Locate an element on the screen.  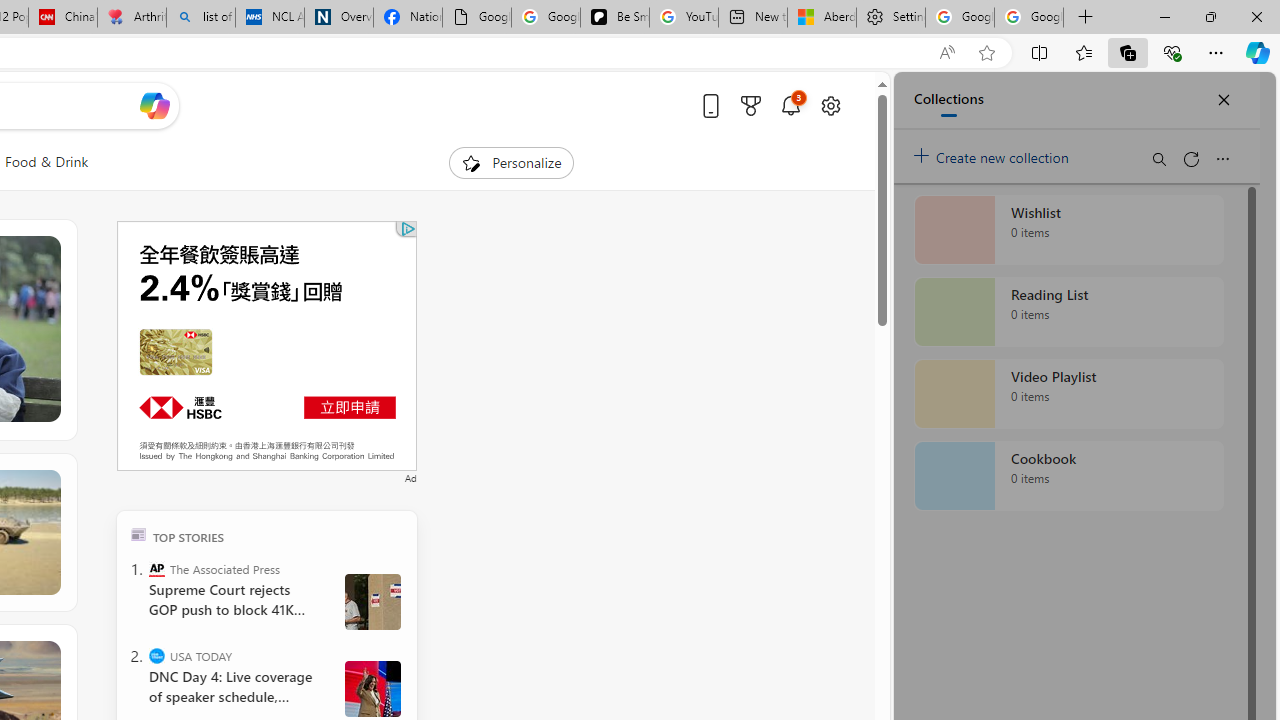
'list of asthma inhalers uk - Search' is located at coordinates (200, 17).